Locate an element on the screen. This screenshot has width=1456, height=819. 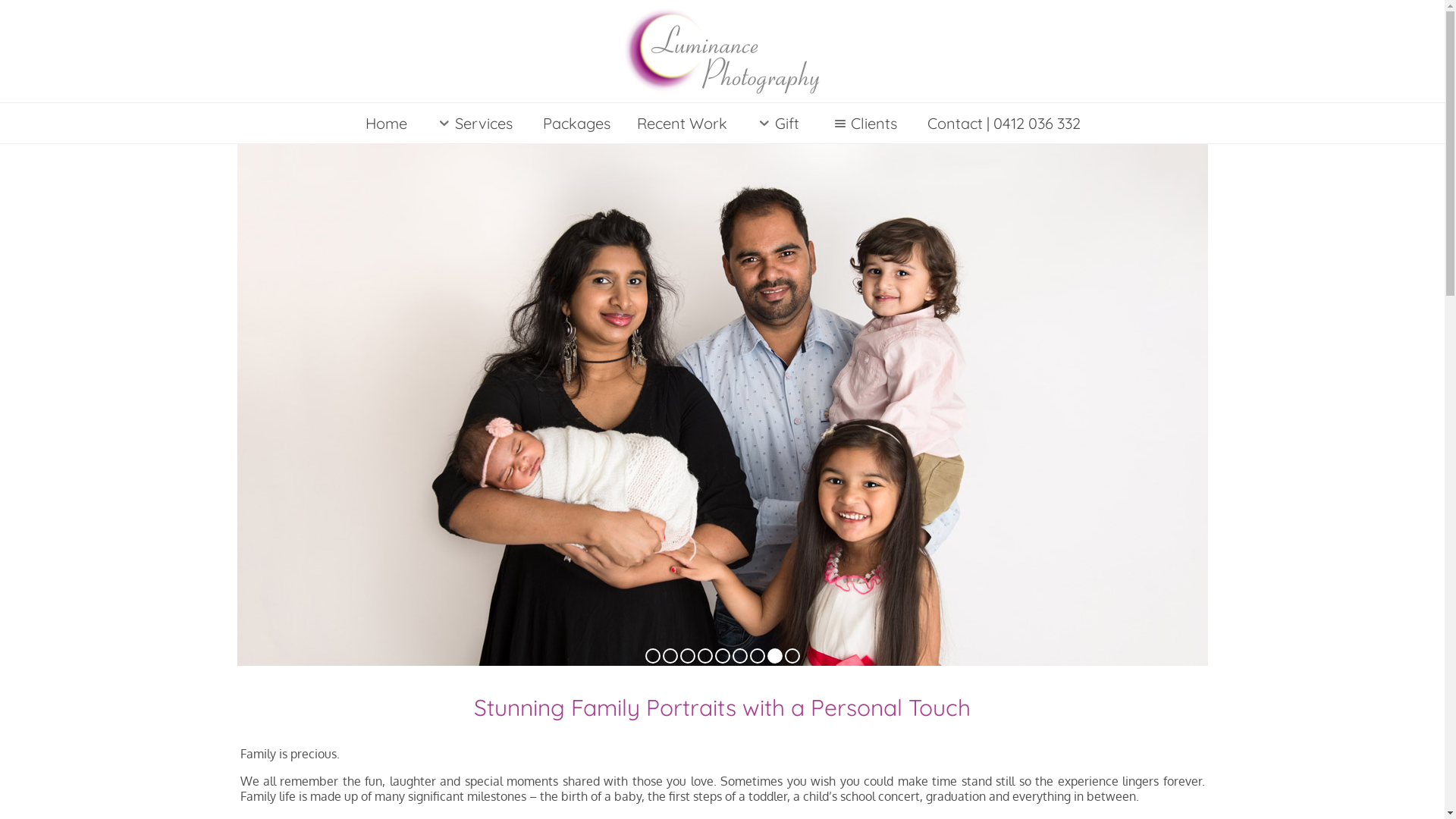
'0' is located at coordinates (669, 654).